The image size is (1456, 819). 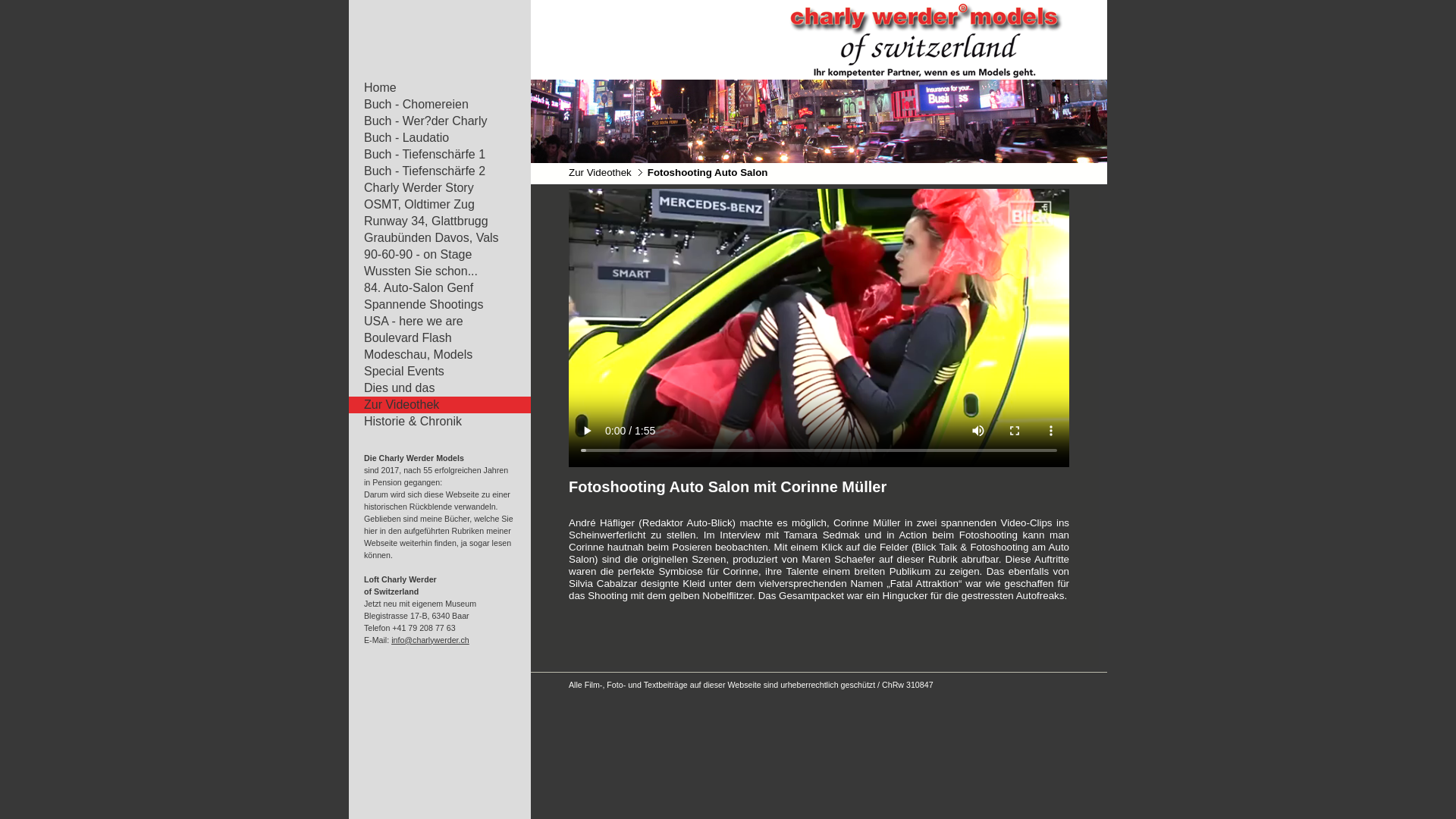 What do you see at coordinates (431, 87) in the screenshot?
I see `'Home'` at bounding box center [431, 87].